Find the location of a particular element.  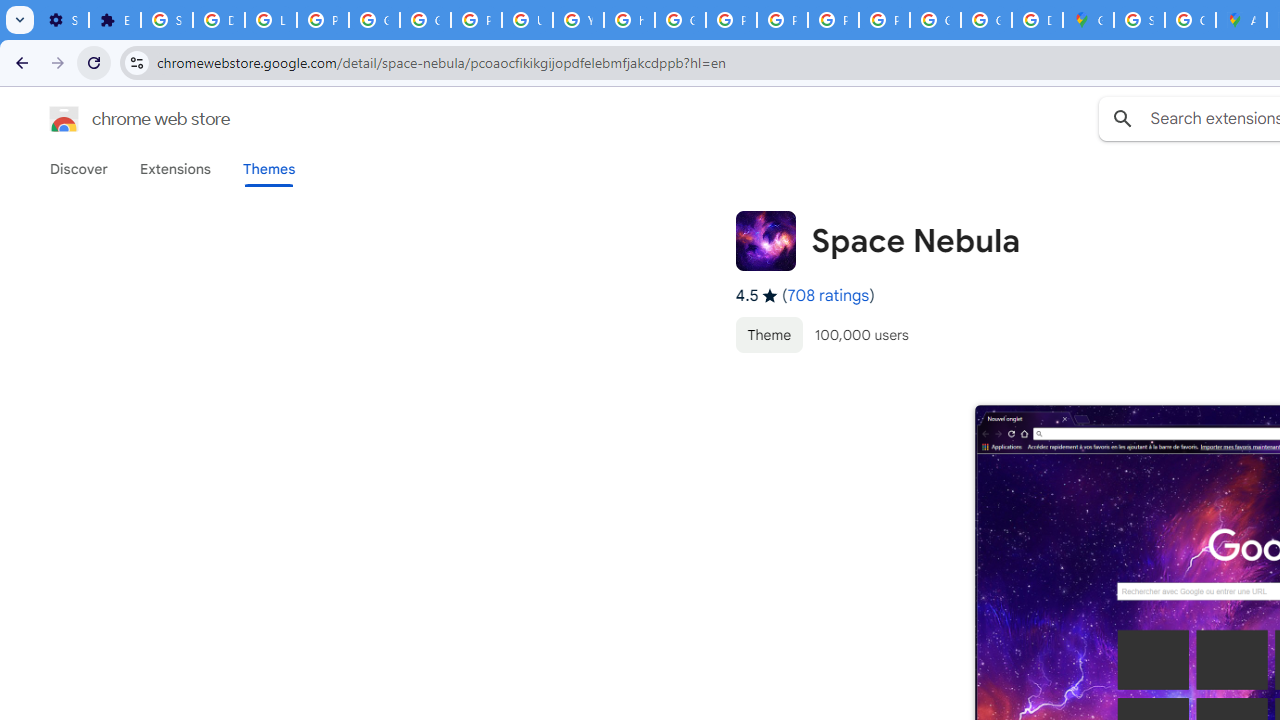

'708 ratings' is located at coordinates (828, 295).